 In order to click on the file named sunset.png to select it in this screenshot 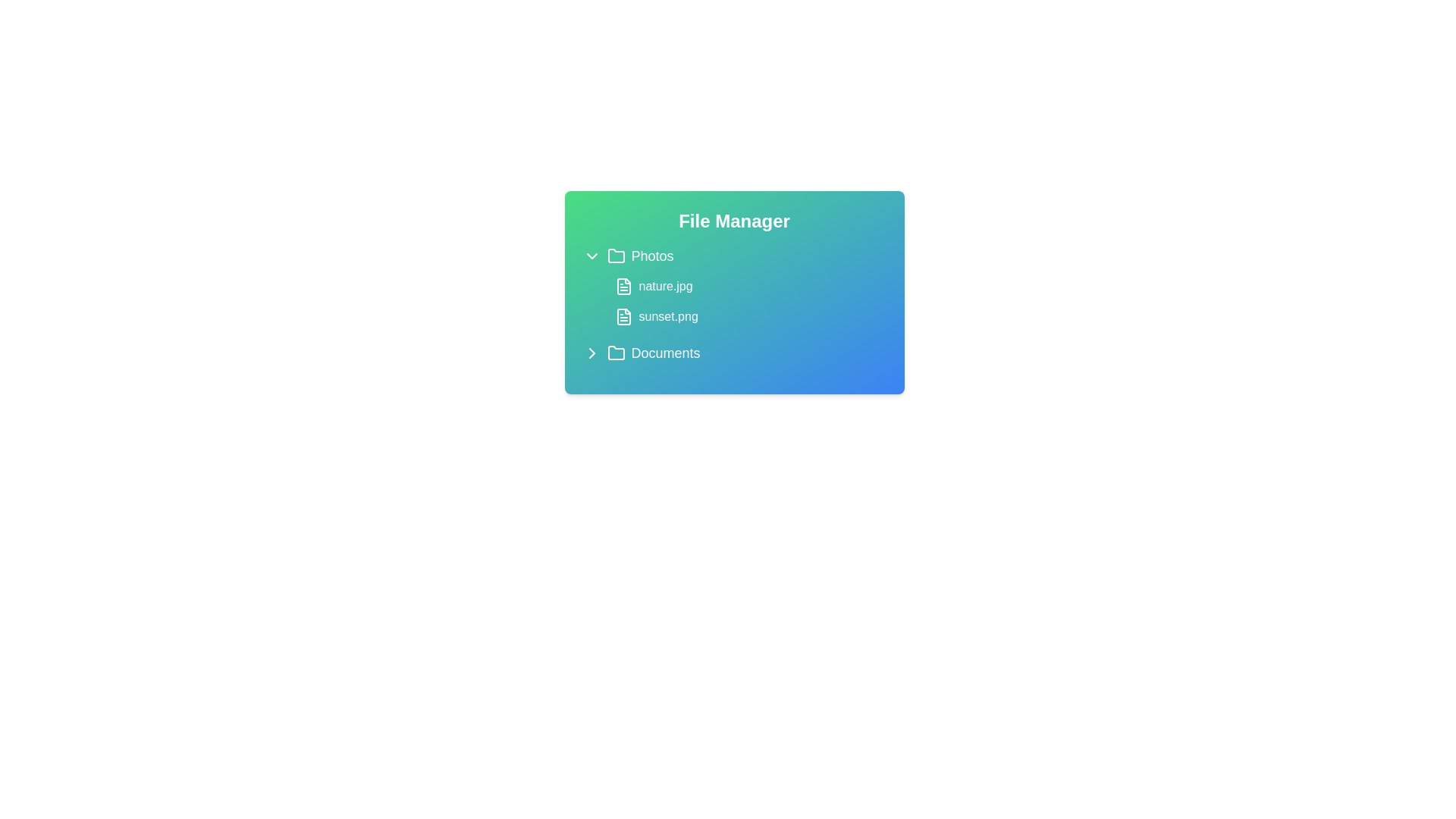, I will do `click(746, 315)`.